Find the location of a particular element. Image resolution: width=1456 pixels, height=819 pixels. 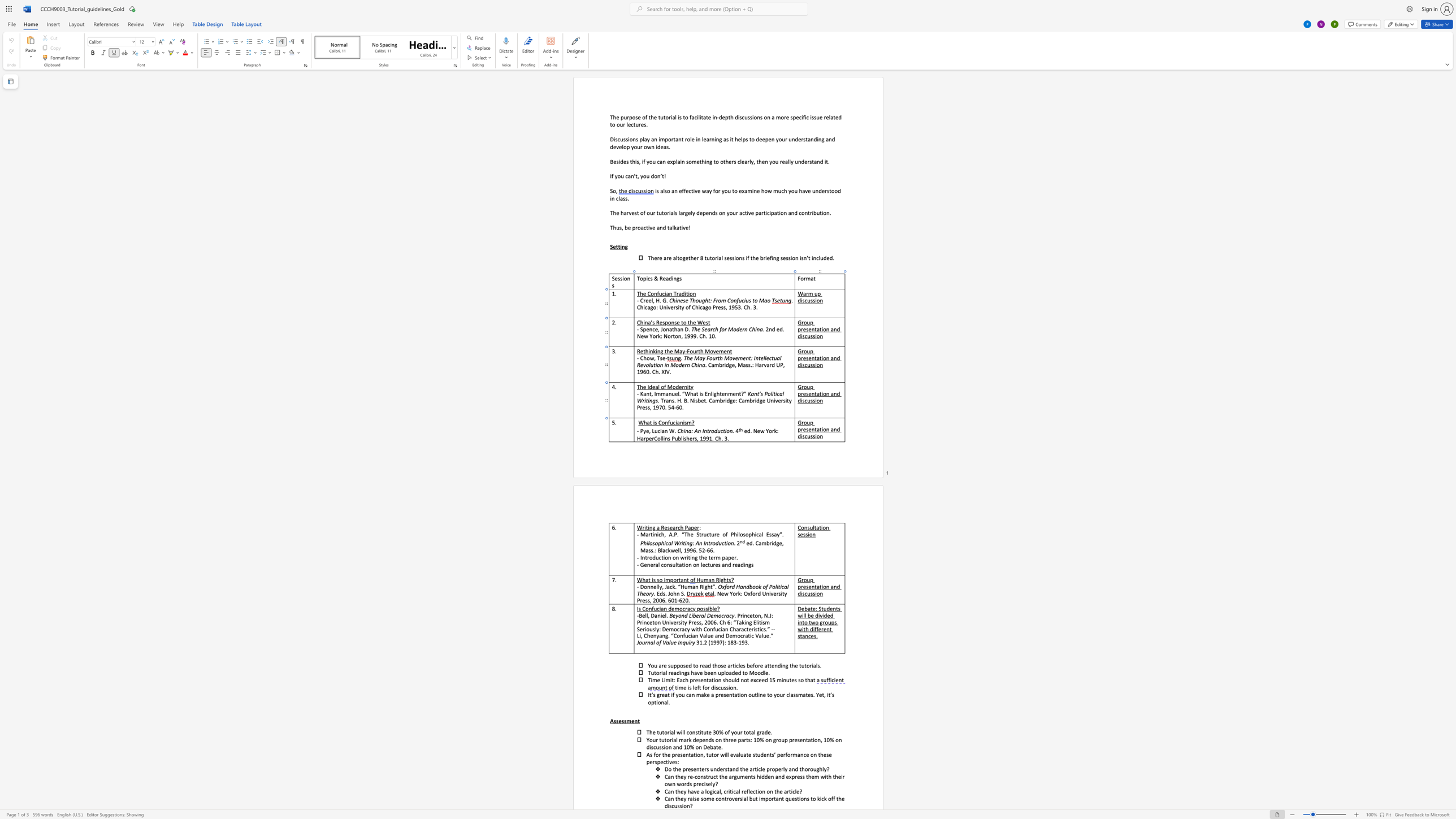

the 1th character "o" in the text is located at coordinates (662, 422).